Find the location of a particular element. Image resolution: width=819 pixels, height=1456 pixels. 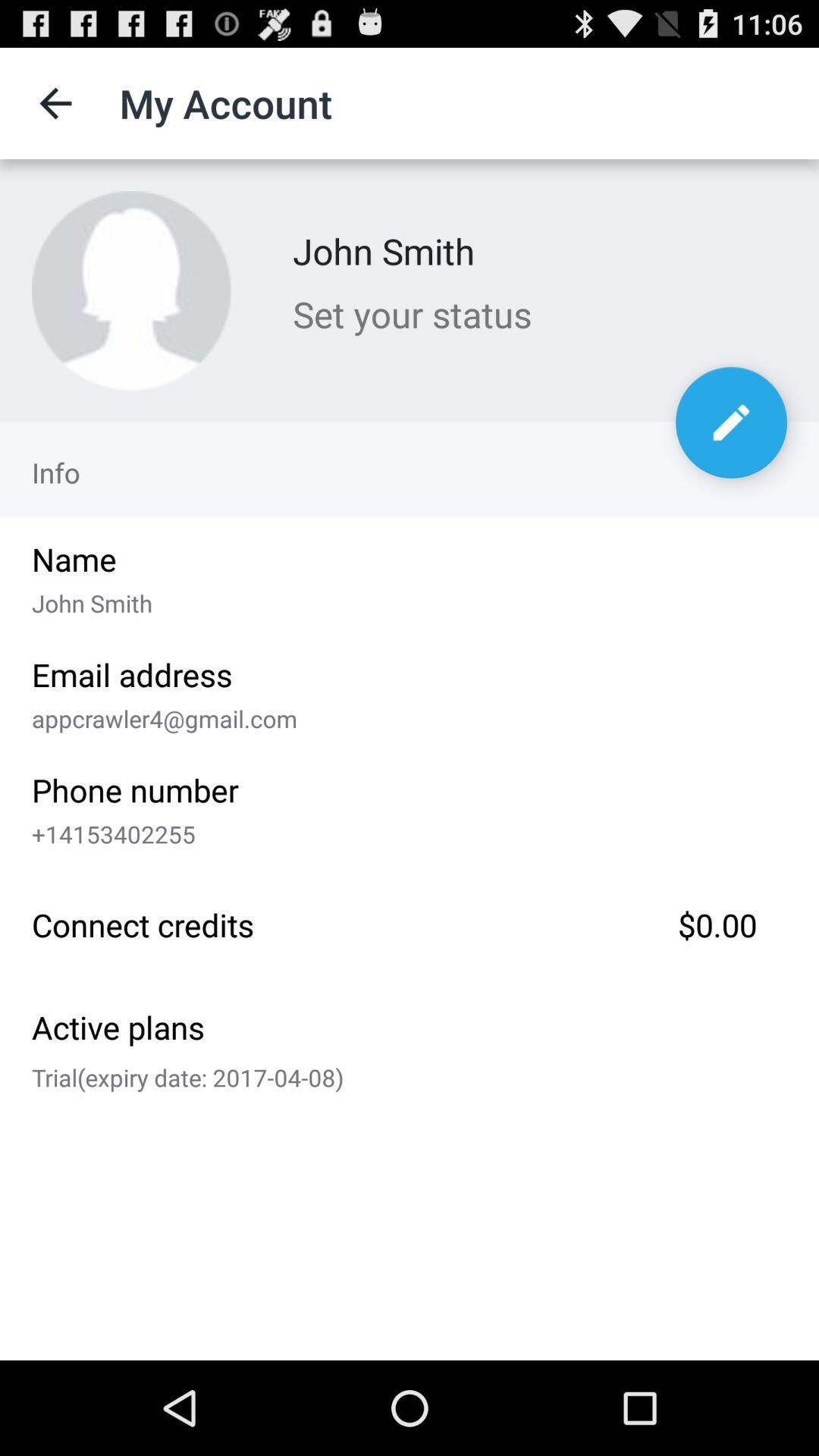

the text below phone number is located at coordinates (403, 830).